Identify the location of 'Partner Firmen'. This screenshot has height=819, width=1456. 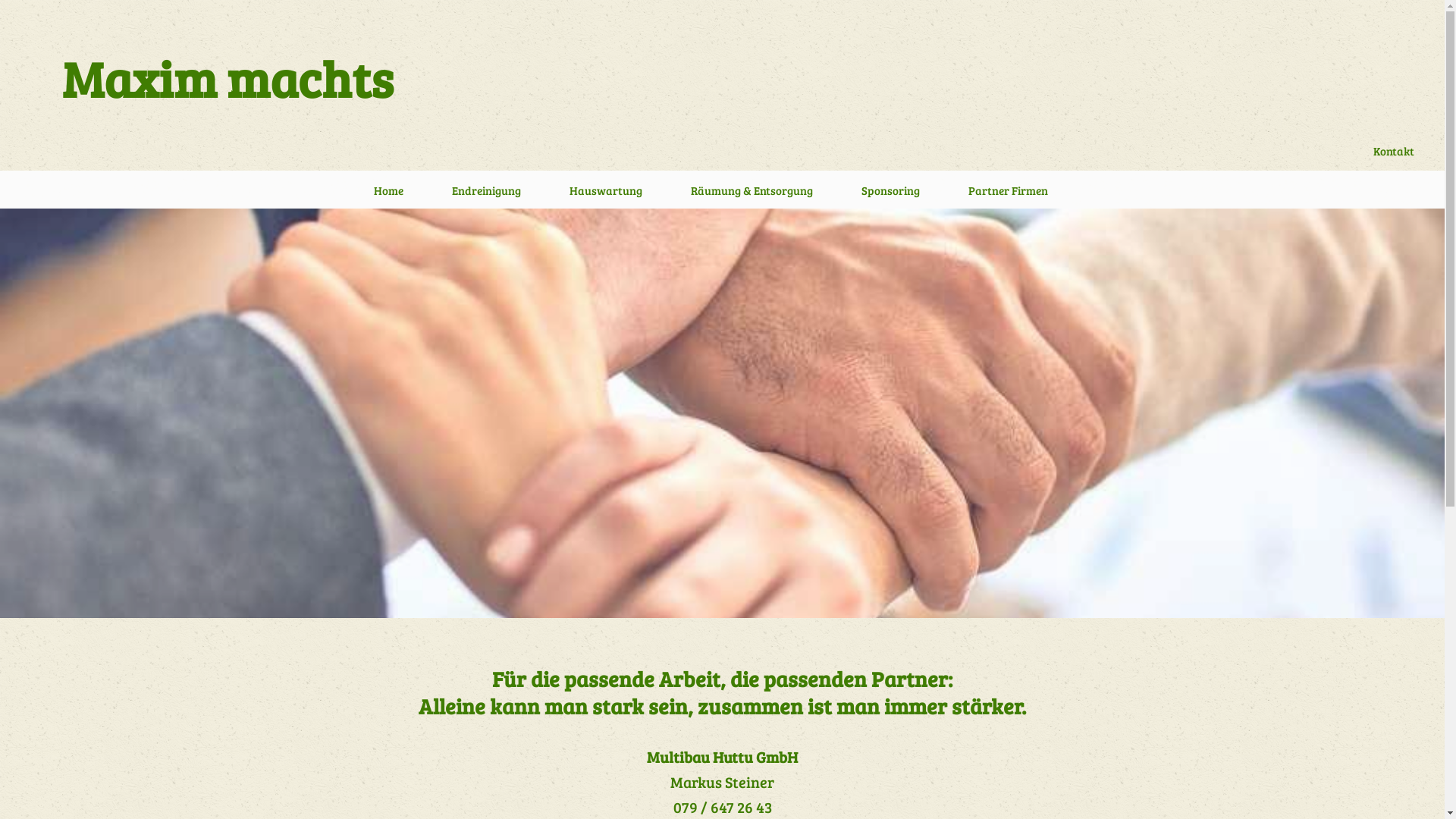
(967, 193).